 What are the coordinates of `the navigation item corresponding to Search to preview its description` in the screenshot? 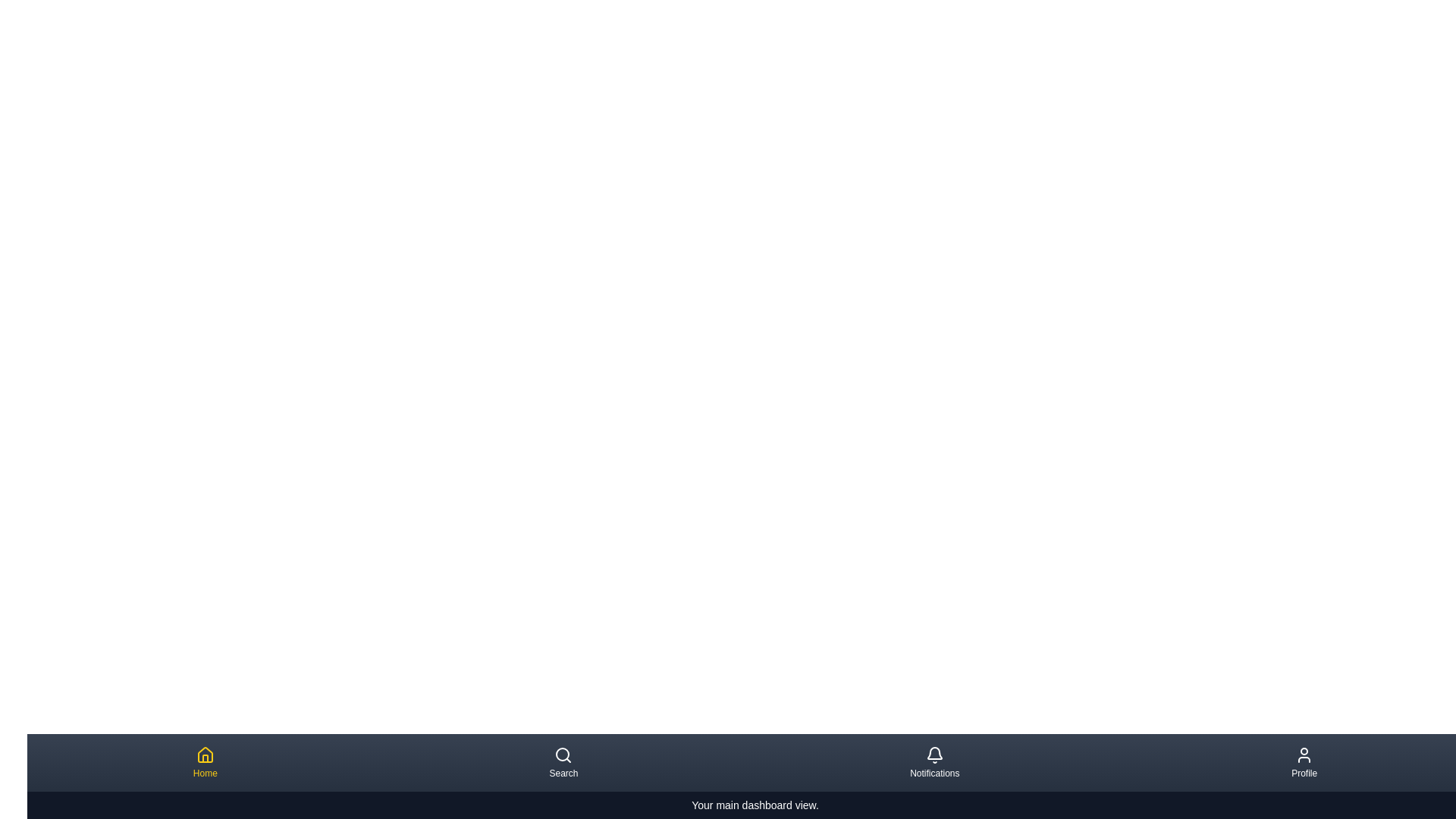 It's located at (563, 763).